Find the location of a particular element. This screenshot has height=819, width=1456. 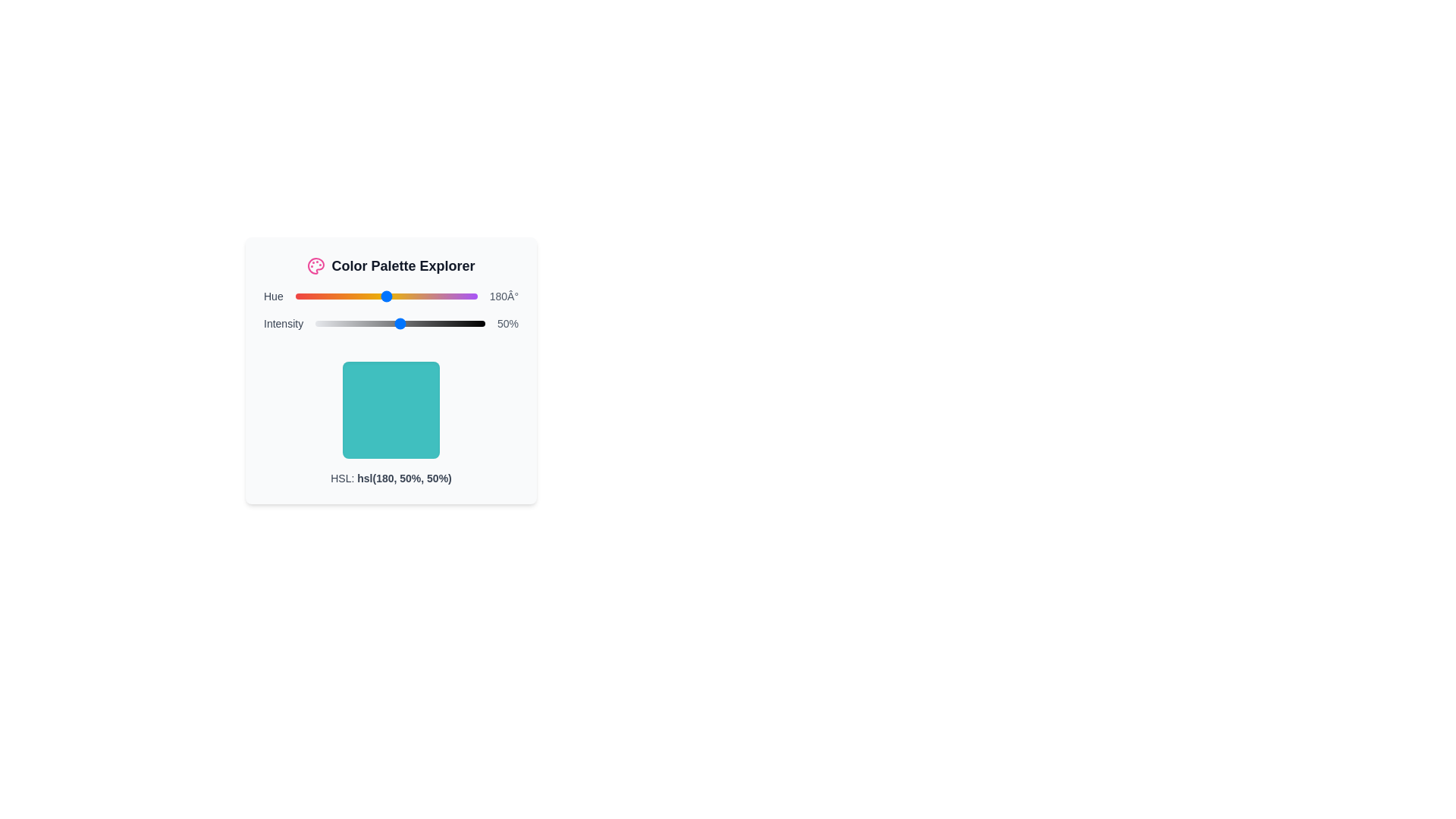

the intensity slider to set the intensity to 6% is located at coordinates (325, 323).